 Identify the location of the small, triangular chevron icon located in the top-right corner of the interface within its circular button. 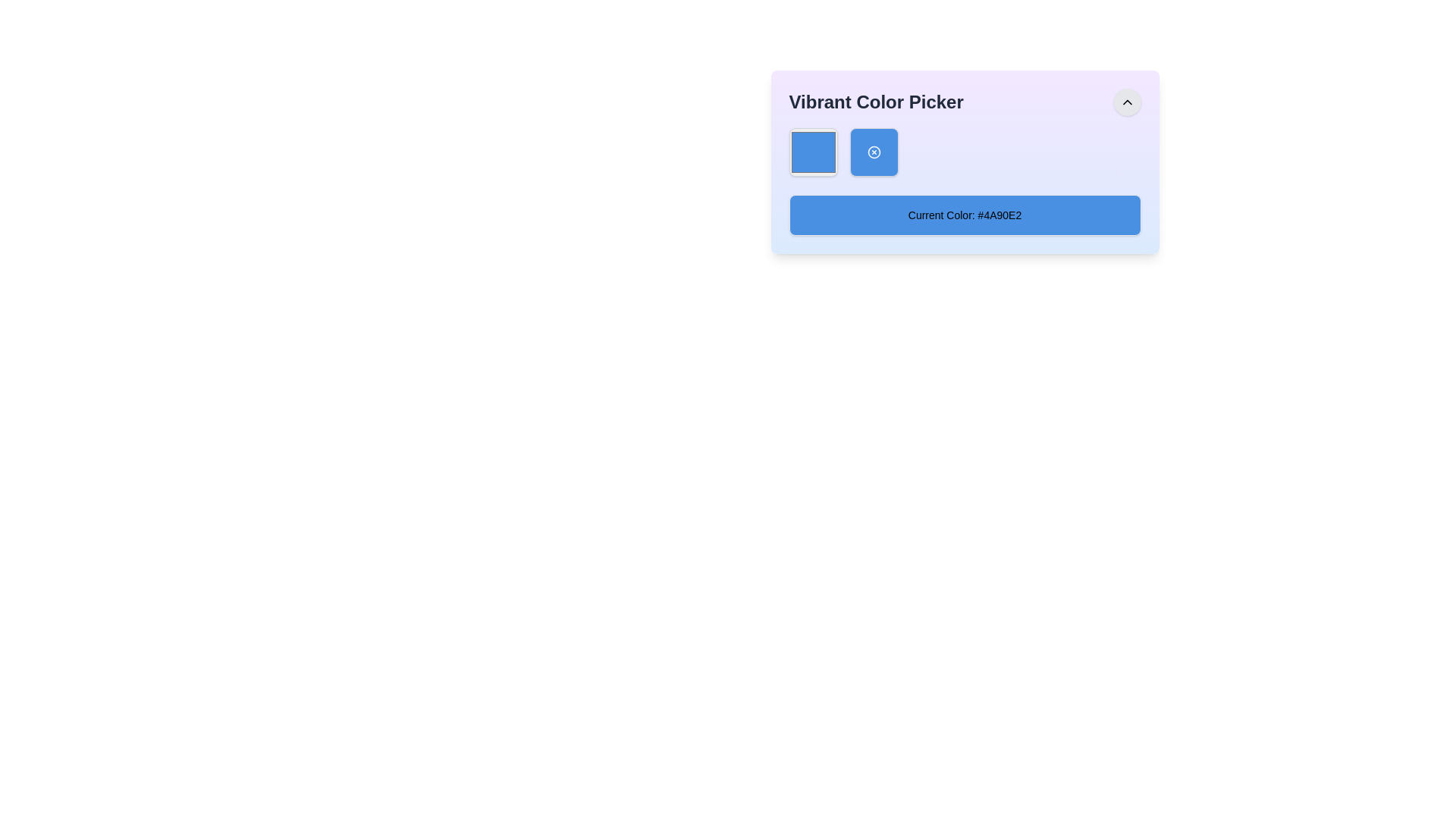
(1127, 102).